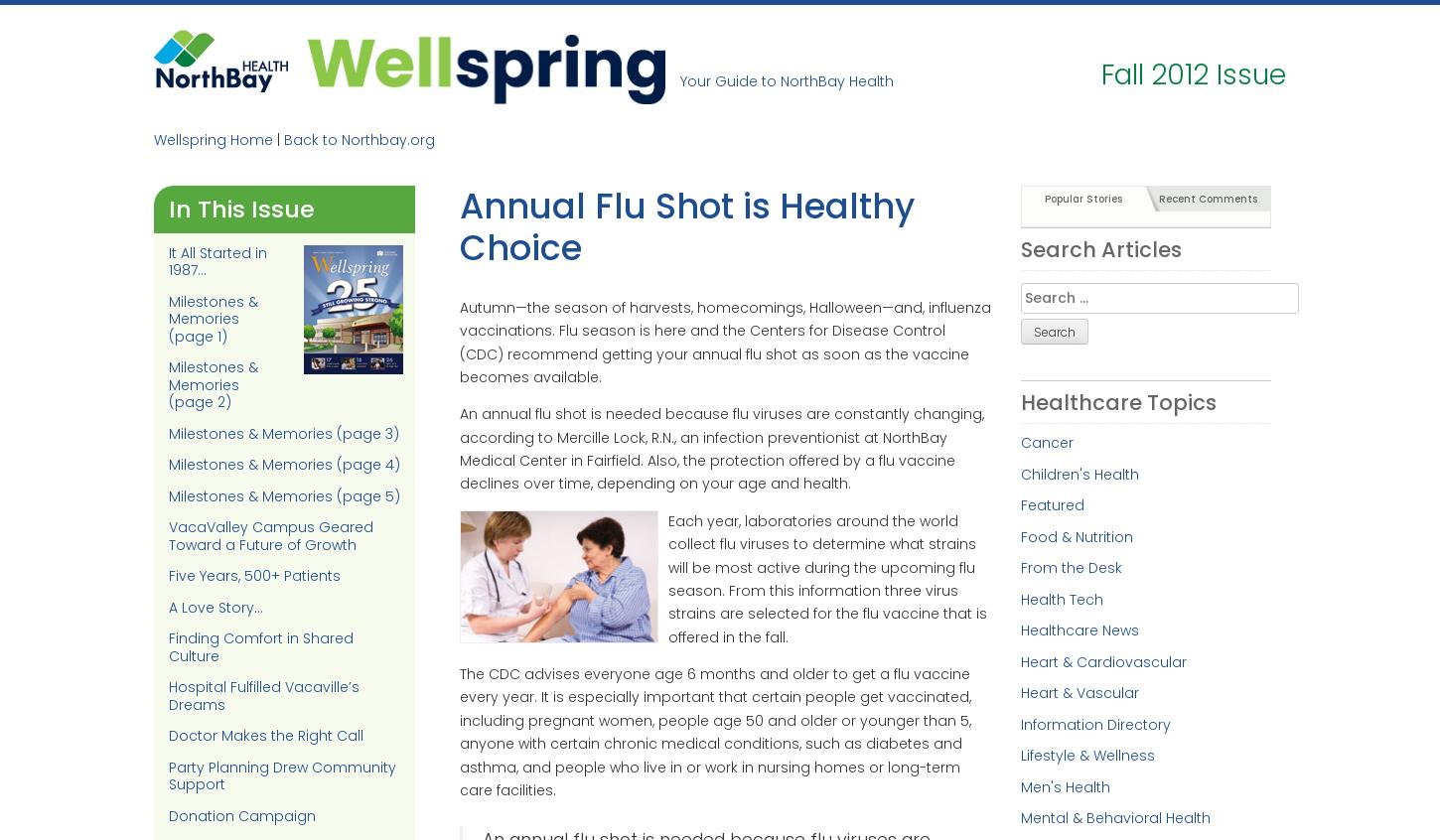 The image size is (1440, 840). Describe the element at coordinates (153, 140) in the screenshot. I see `'Wellspring Home'` at that location.